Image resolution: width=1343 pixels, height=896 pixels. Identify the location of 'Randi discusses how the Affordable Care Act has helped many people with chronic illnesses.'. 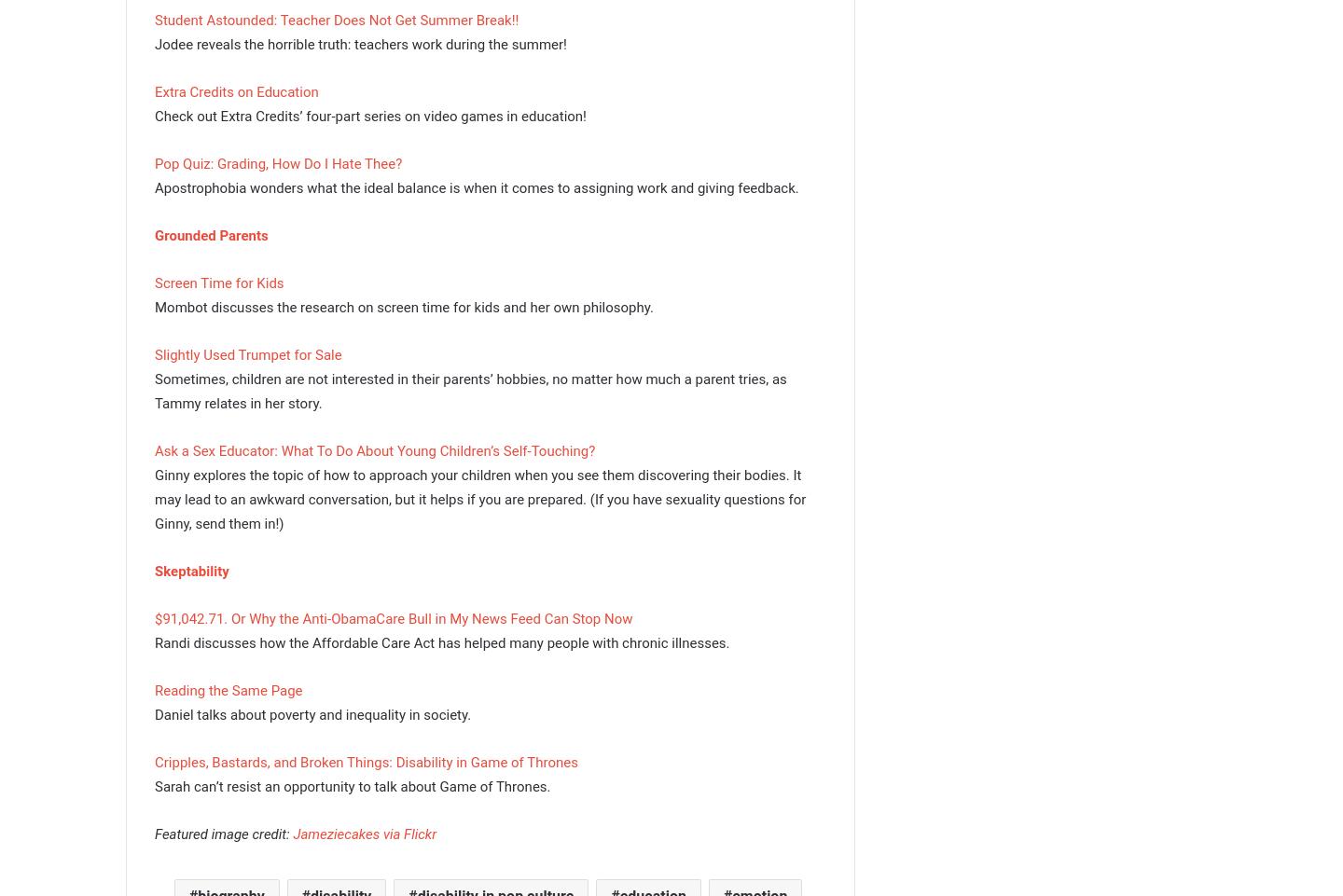
(442, 641).